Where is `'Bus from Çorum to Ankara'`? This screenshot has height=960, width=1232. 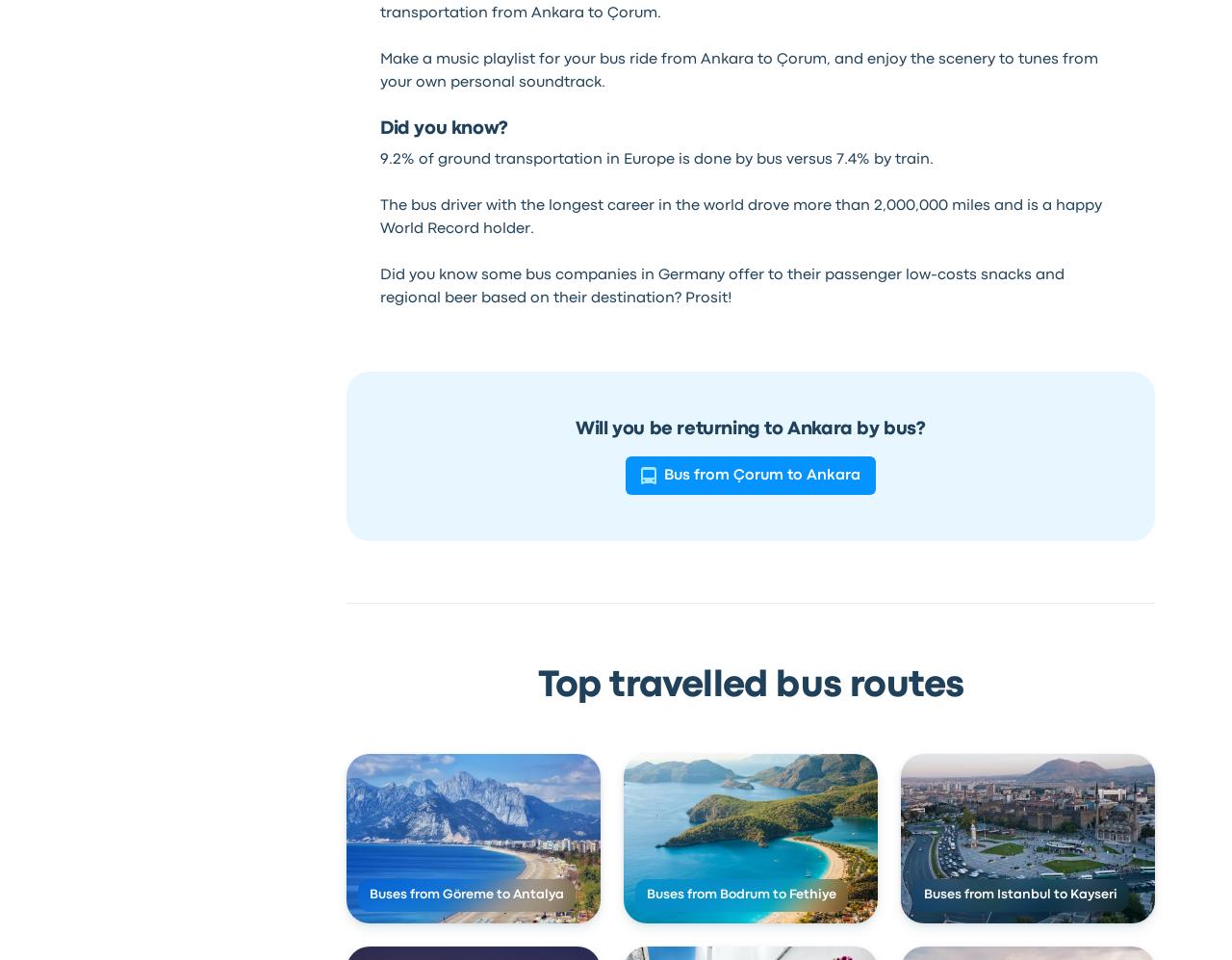 'Bus from Çorum to Ankara' is located at coordinates (760, 475).